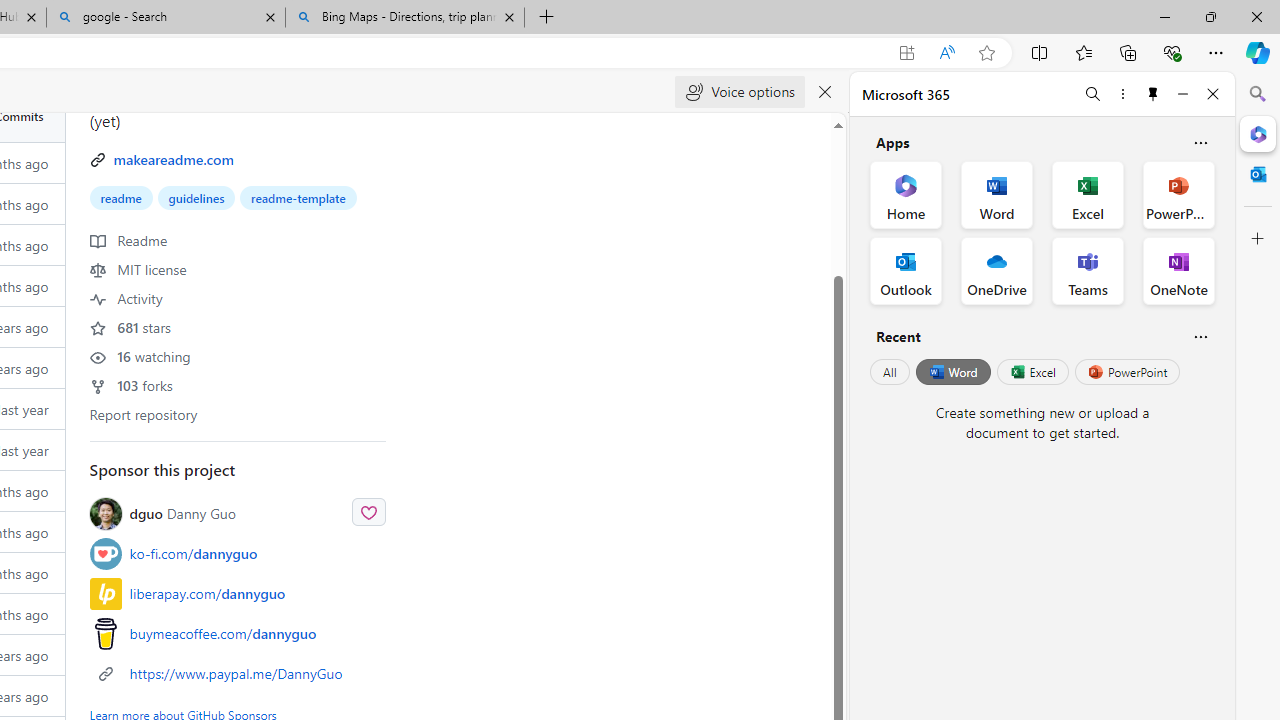  Describe the element at coordinates (139, 355) in the screenshot. I see `'16 watching'` at that location.